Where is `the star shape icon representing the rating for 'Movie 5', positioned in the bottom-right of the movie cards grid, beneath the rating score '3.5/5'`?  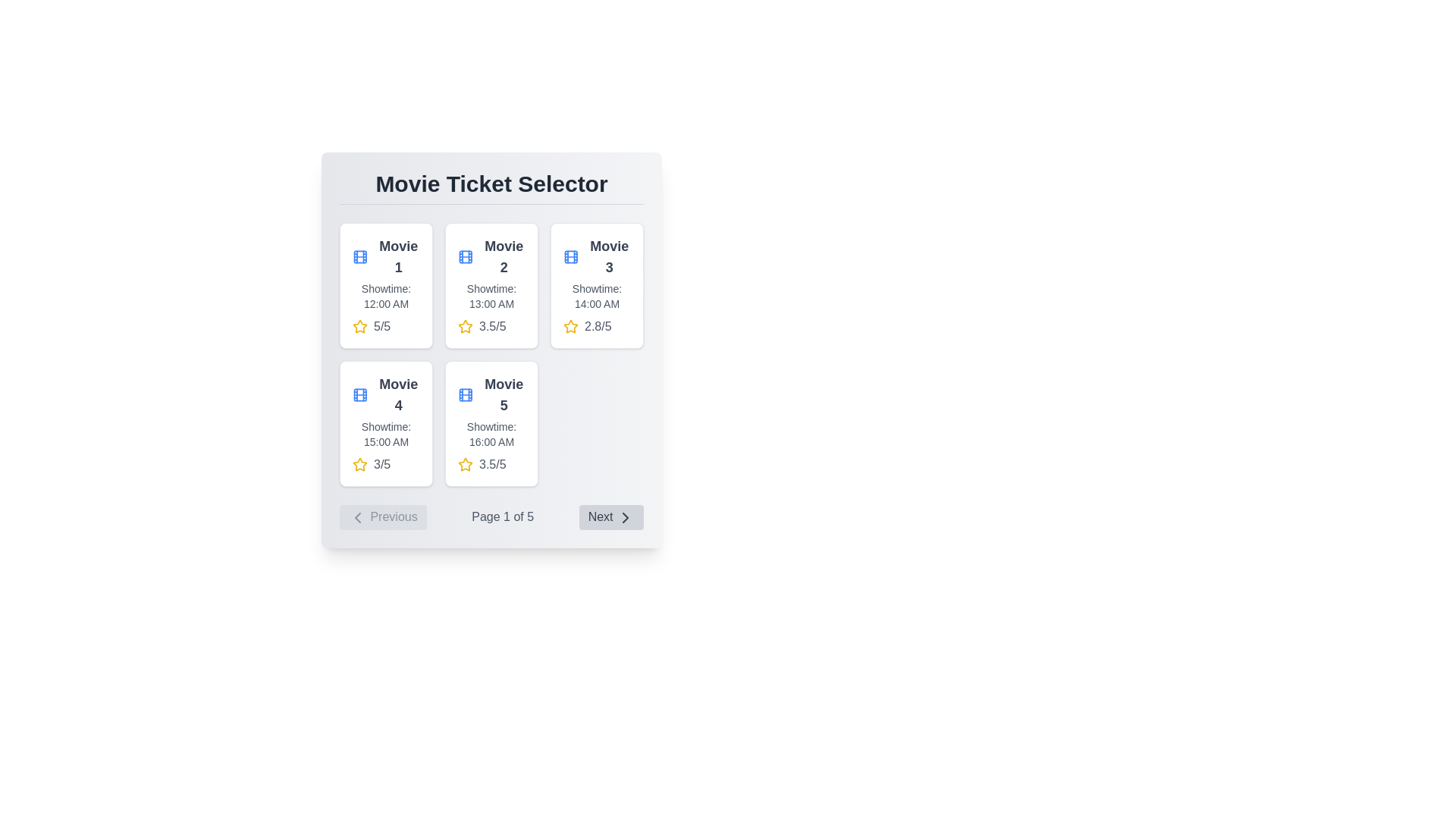 the star shape icon representing the rating for 'Movie 5', positioned in the bottom-right of the movie cards grid, beneath the rating score '3.5/5' is located at coordinates (465, 463).